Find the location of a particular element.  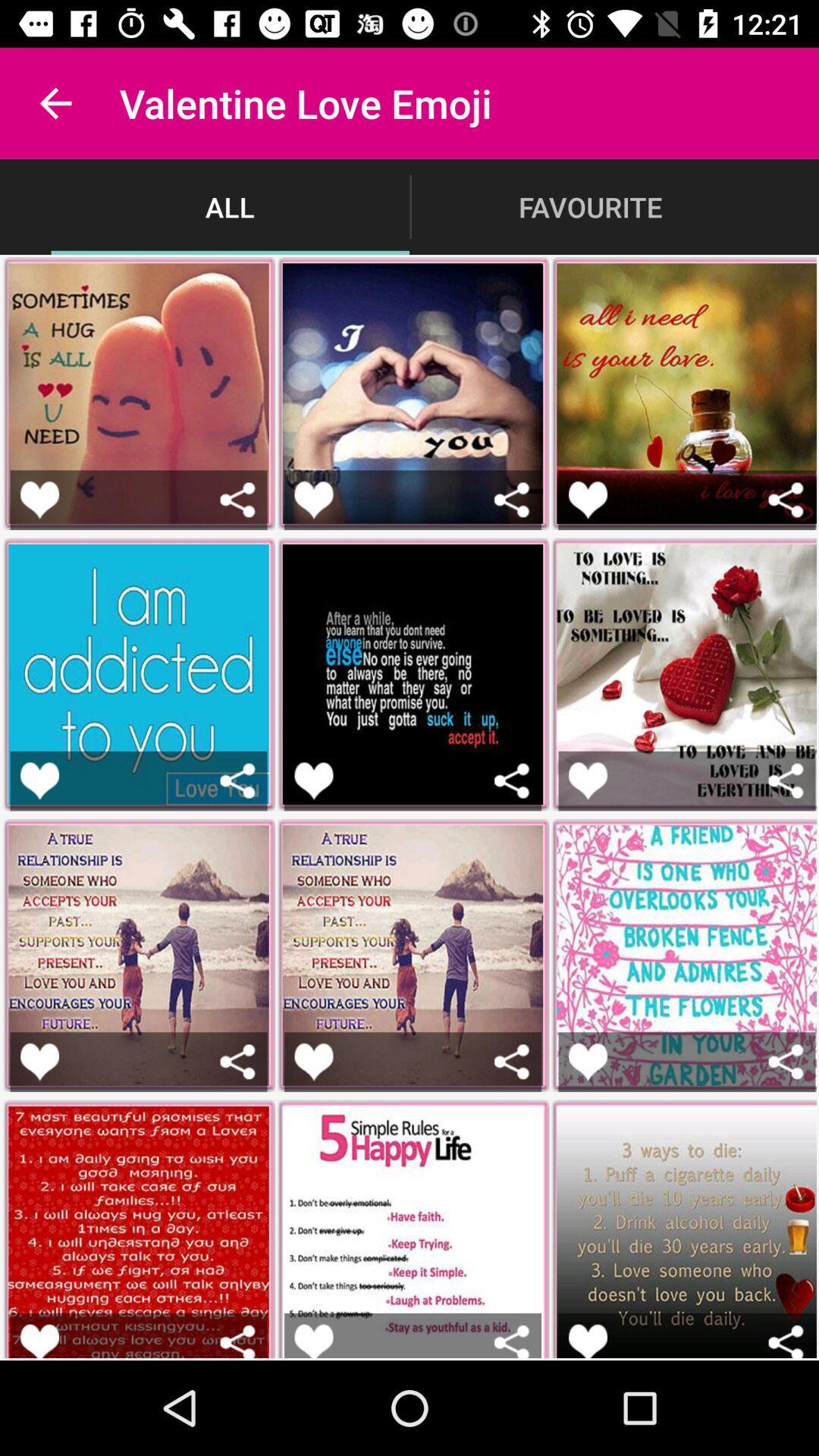

share the post is located at coordinates (512, 500).